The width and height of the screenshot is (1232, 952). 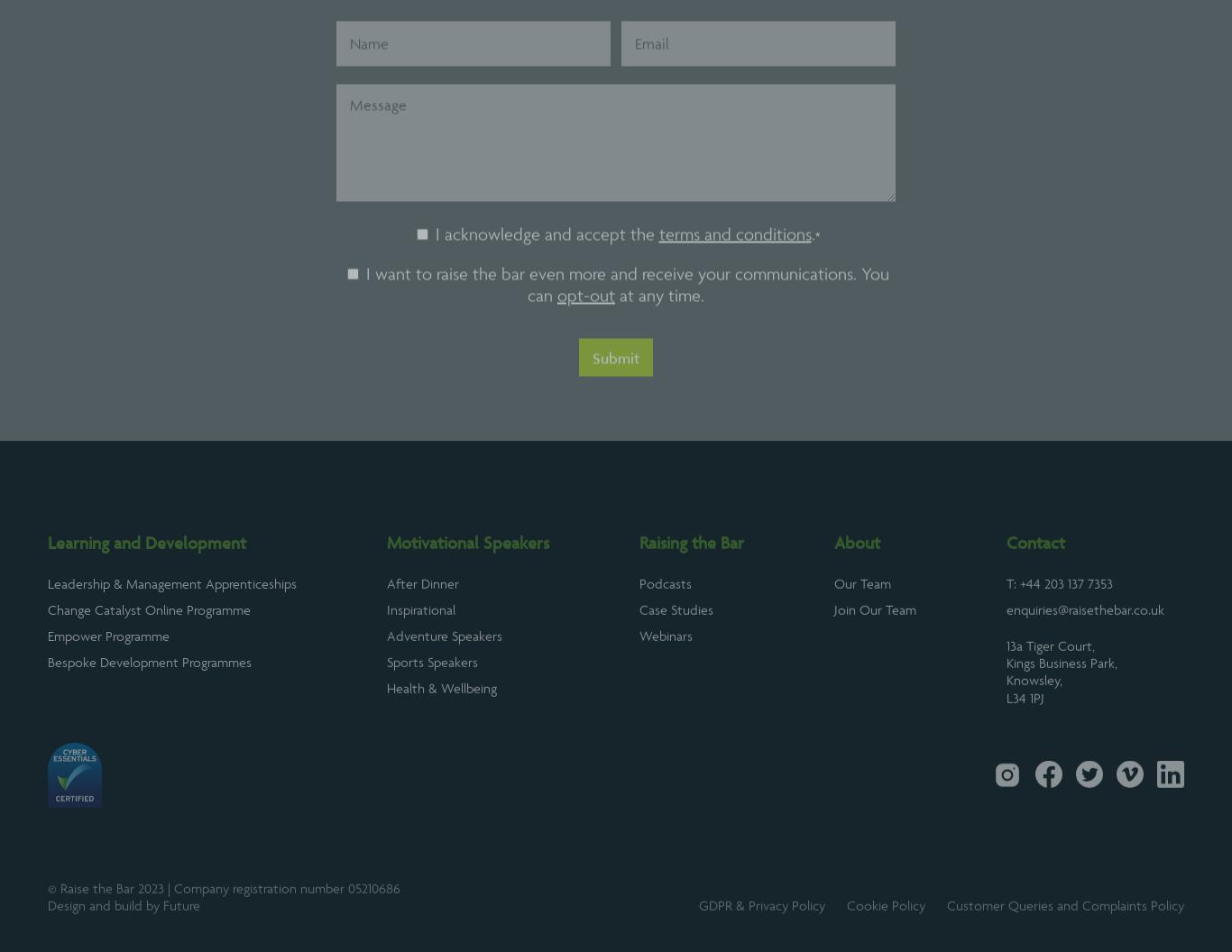 What do you see at coordinates (441, 733) in the screenshot?
I see `'Health & Wellbeing'` at bounding box center [441, 733].